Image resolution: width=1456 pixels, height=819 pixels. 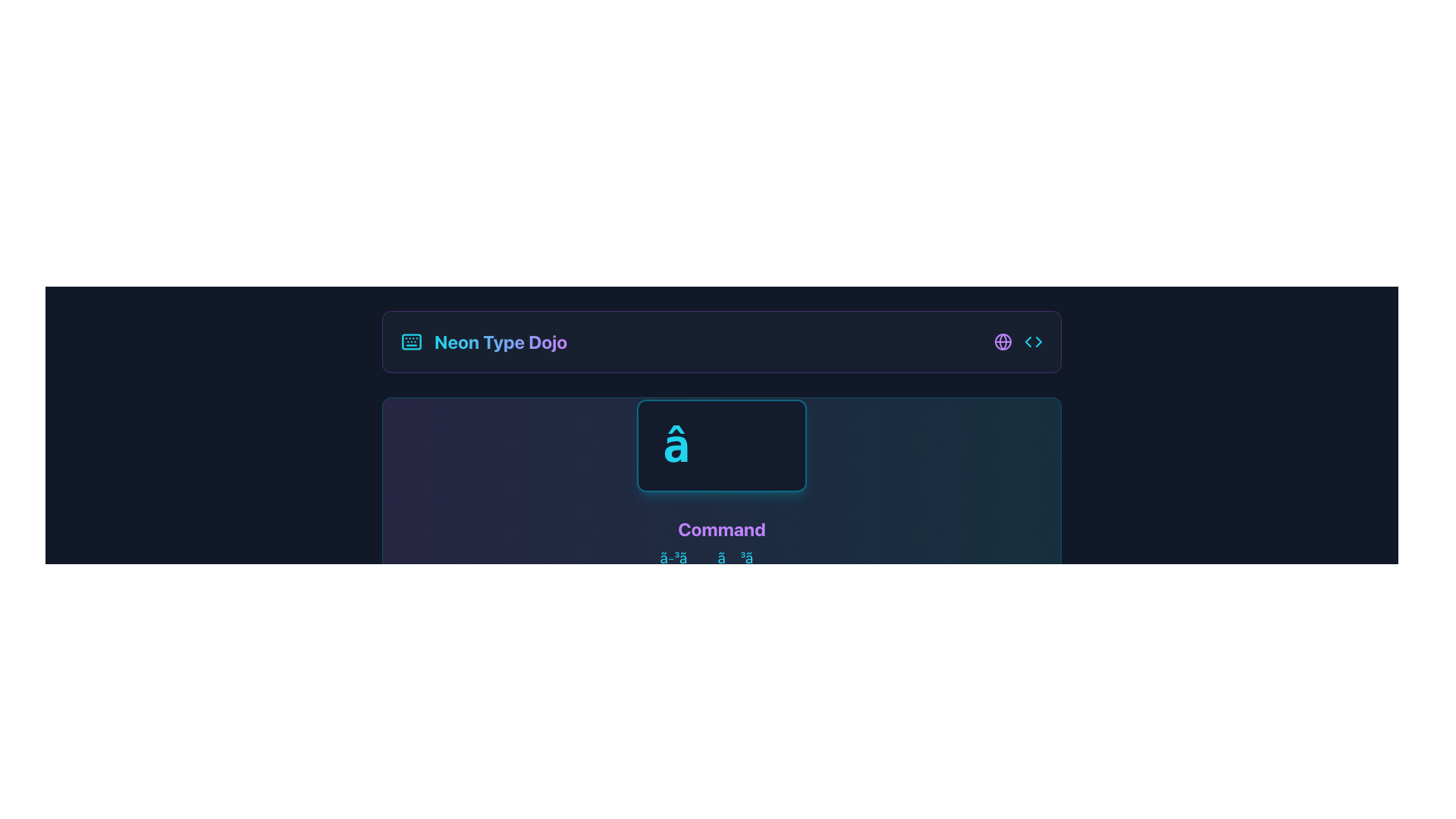 I want to click on the informational text block located below the large bold cyan symbol, which contains the 'Command' text at the top and blue stylized characters beneath it, so click(x=720, y=494).